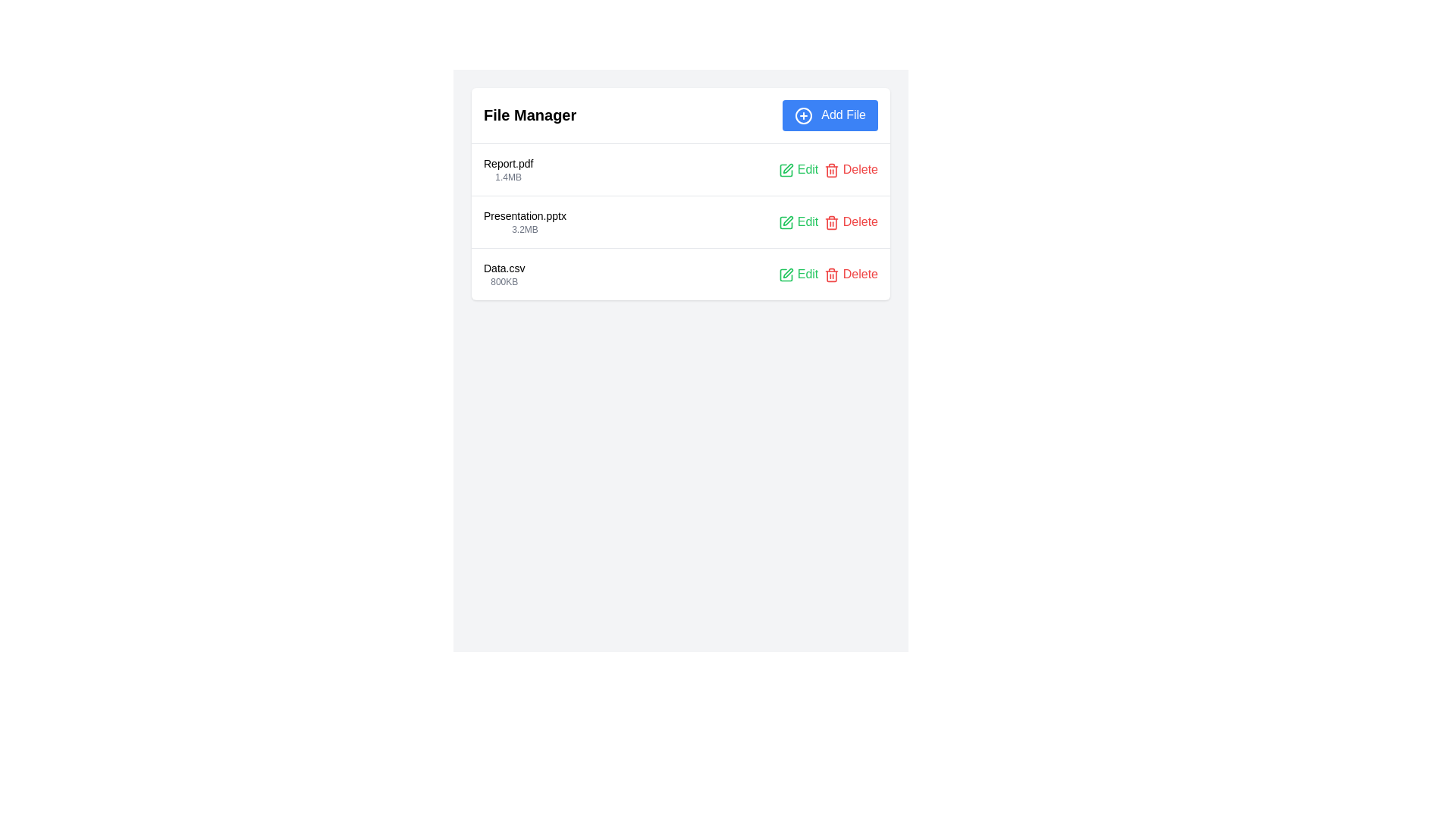 The image size is (1456, 819). I want to click on the 'Delete' button in the interactive segment next to the 'Report.pdf 1.4MB' entry, so click(827, 169).